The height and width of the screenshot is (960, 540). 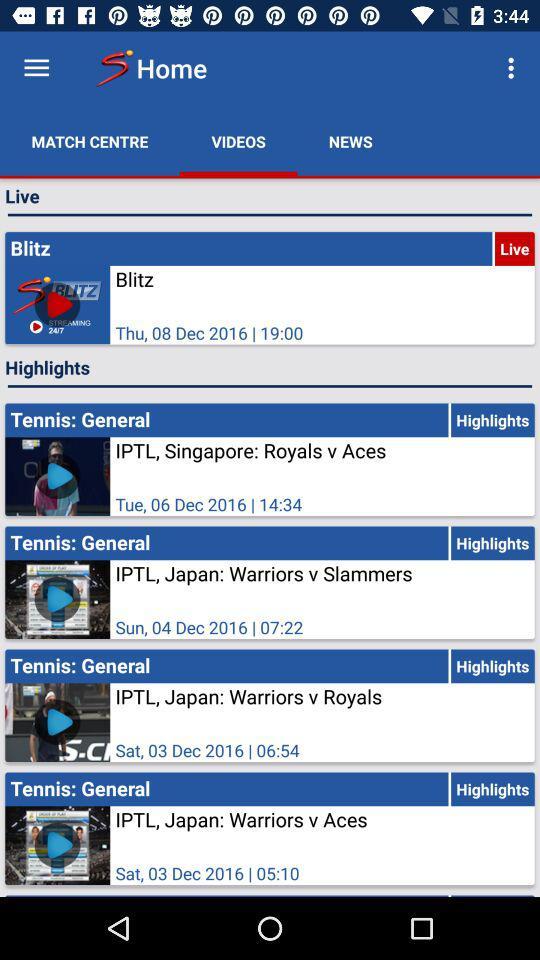 I want to click on menu, so click(x=36, y=68).